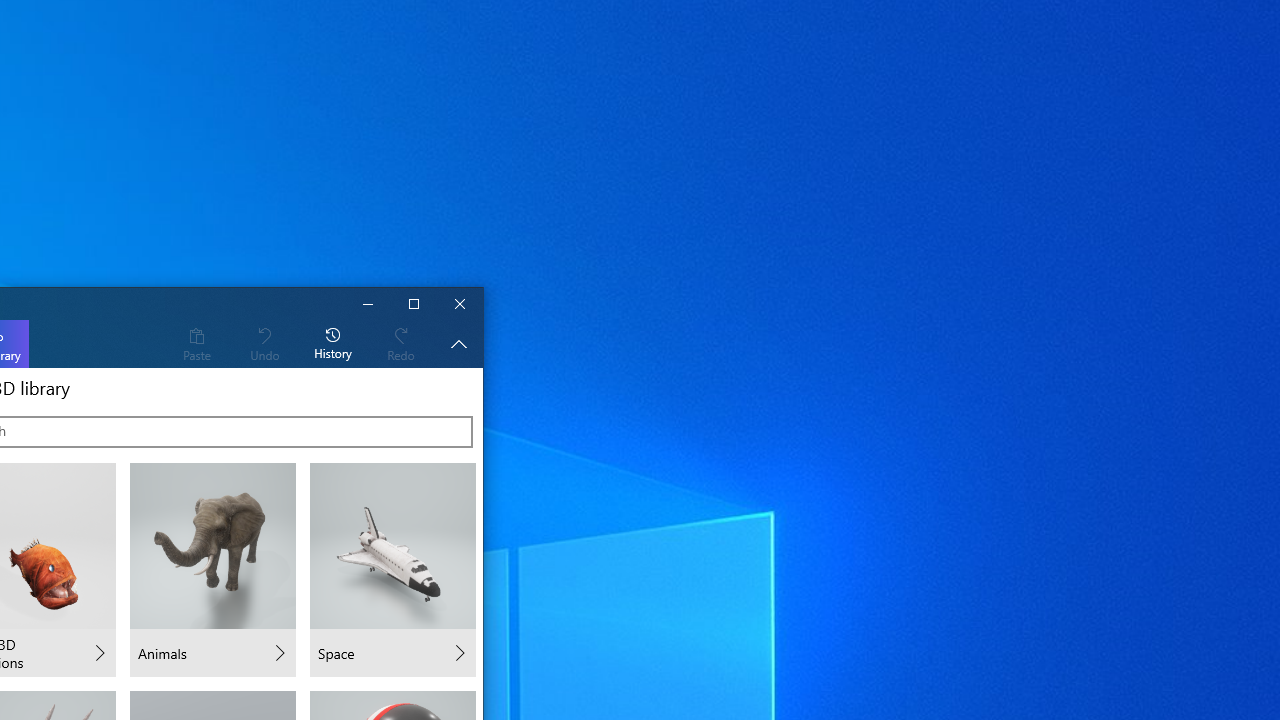  I want to click on 'Space', so click(392, 570).